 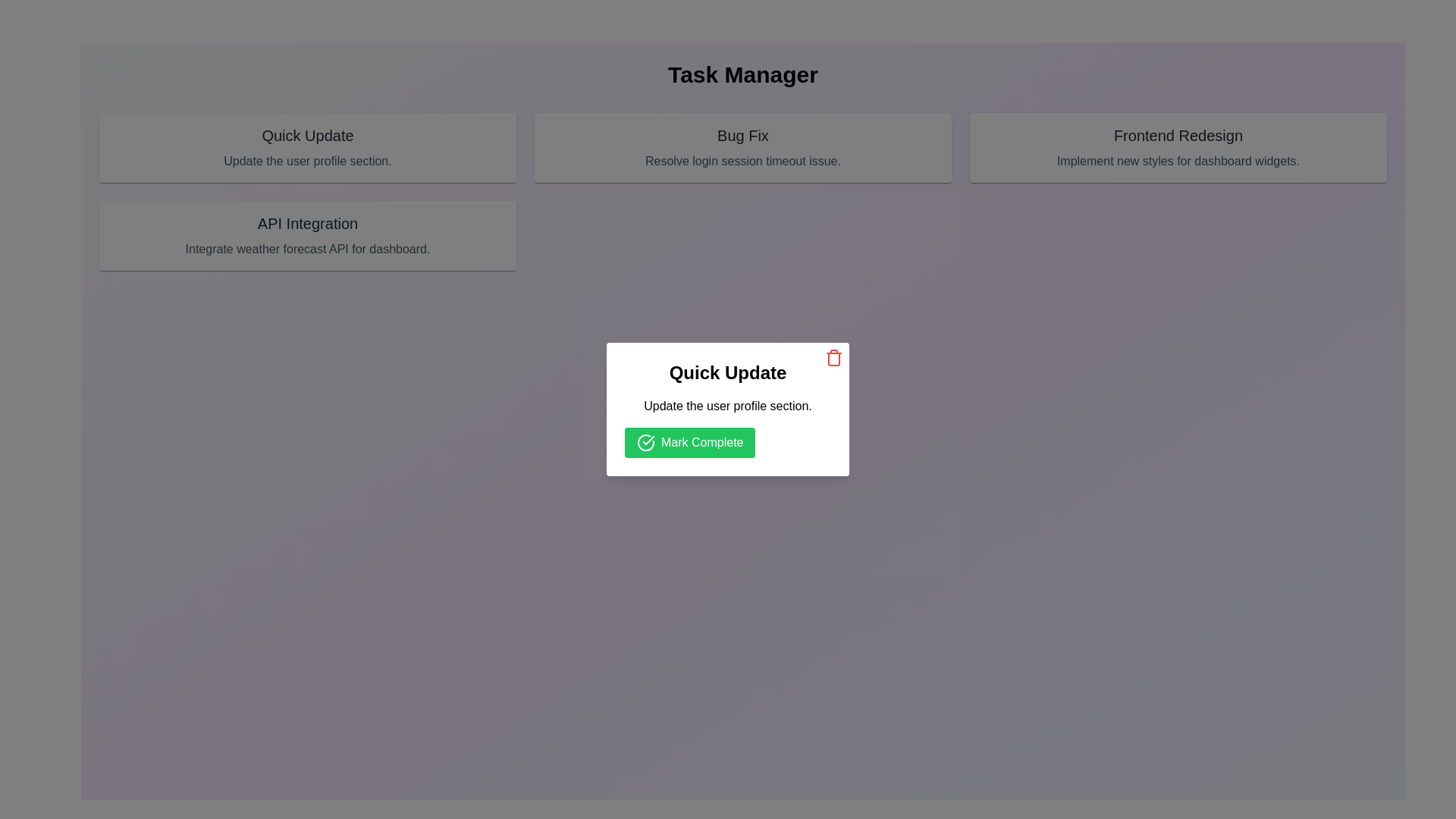 What do you see at coordinates (734, 138) in the screenshot?
I see `text from the 'Bug Fix' card, which has a muted gray background and contains the title 'Bug Fix' in bold at the top and the description 'Resolve login session timeout issue.' below it` at bounding box center [734, 138].